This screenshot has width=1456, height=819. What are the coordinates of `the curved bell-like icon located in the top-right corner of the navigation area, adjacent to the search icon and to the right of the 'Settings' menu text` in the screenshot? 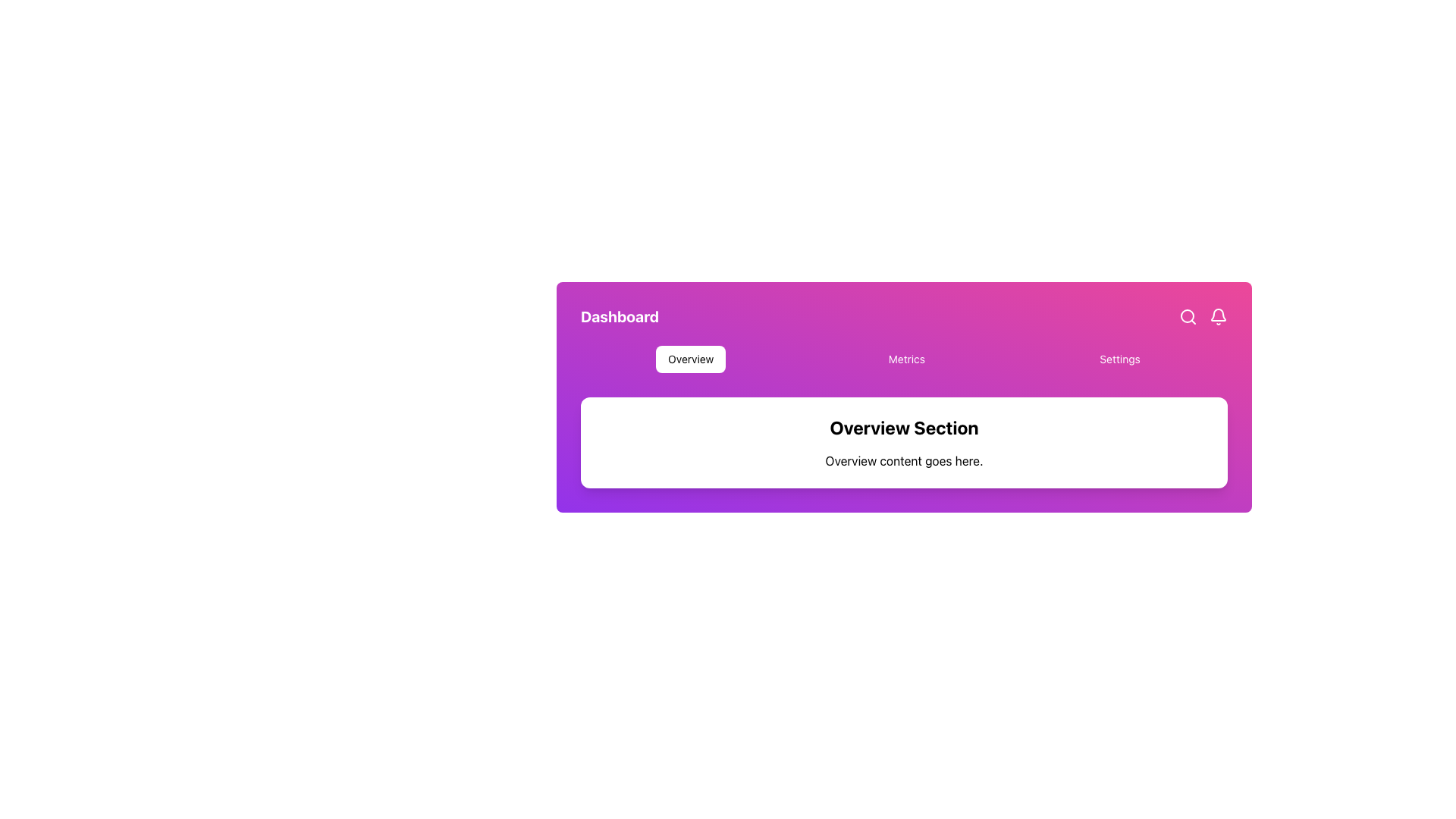 It's located at (1219, 314).